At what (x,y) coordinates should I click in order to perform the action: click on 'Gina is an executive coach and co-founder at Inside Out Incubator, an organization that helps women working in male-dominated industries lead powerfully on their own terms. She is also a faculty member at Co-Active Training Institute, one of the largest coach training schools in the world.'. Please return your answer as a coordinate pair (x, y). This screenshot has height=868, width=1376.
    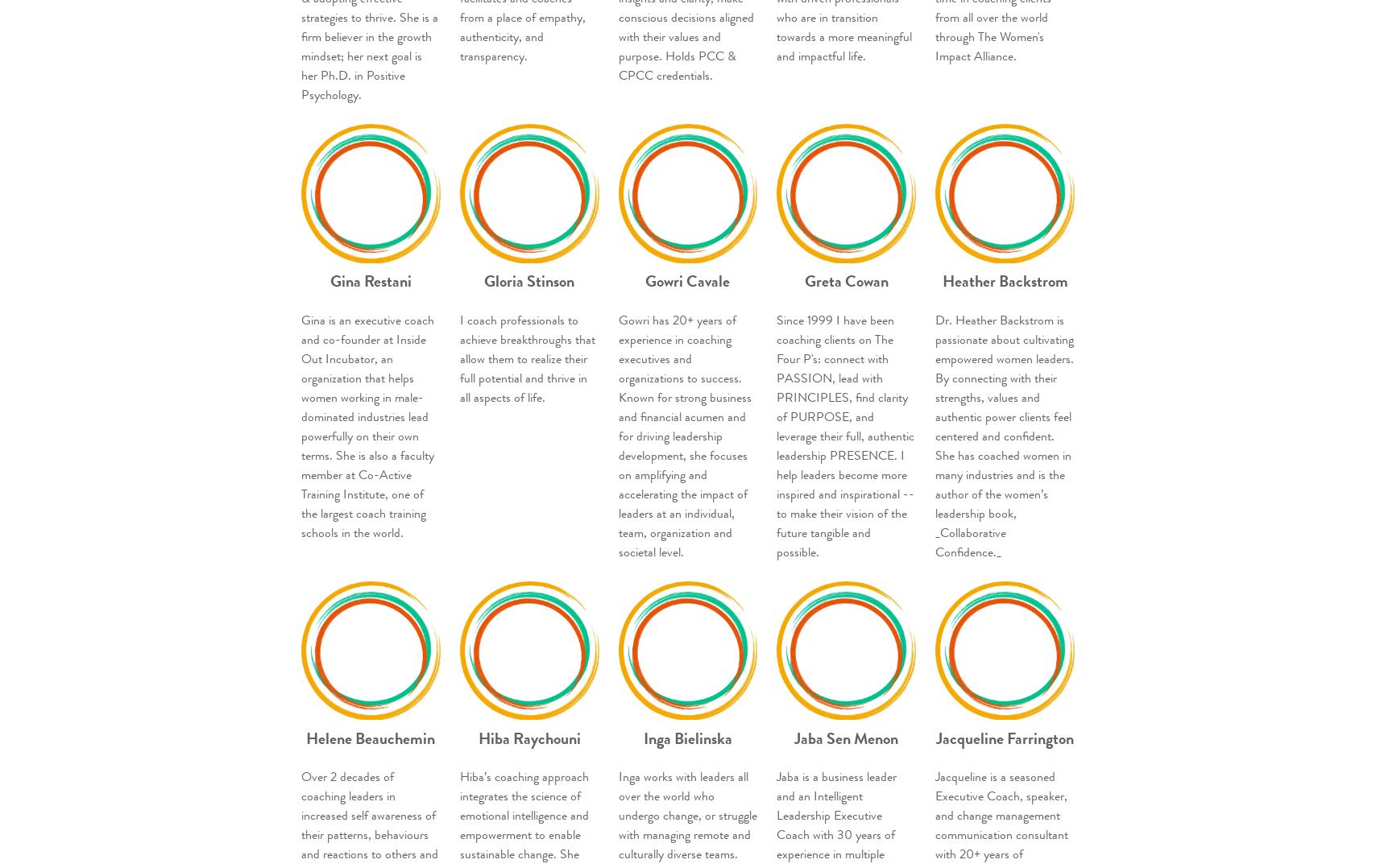
    Looking at the image, I should click on (367, 425).